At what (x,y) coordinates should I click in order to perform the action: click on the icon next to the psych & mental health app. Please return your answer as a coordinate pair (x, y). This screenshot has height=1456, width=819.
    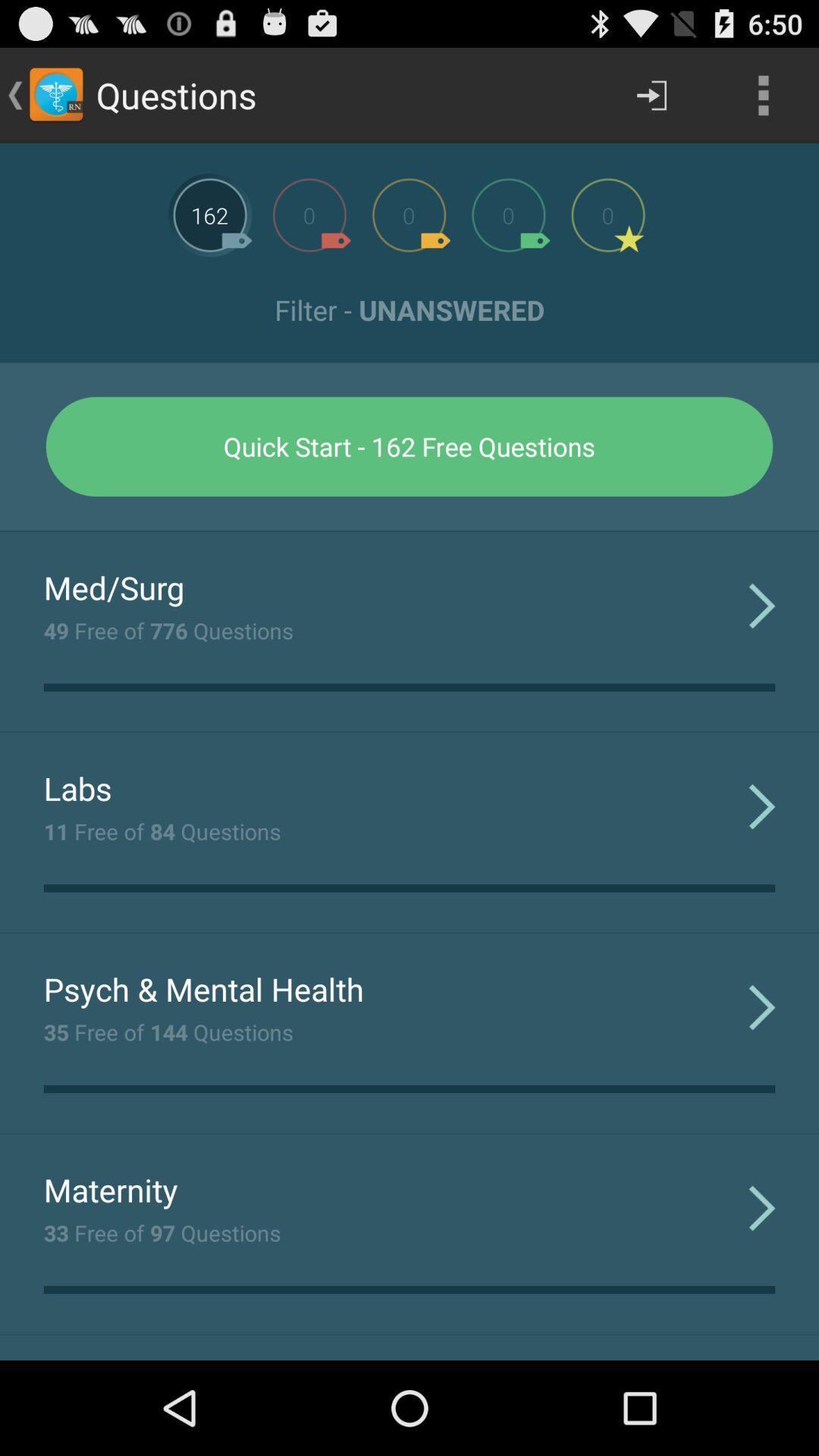
    Looking at the image, I should click on (762, 1006).